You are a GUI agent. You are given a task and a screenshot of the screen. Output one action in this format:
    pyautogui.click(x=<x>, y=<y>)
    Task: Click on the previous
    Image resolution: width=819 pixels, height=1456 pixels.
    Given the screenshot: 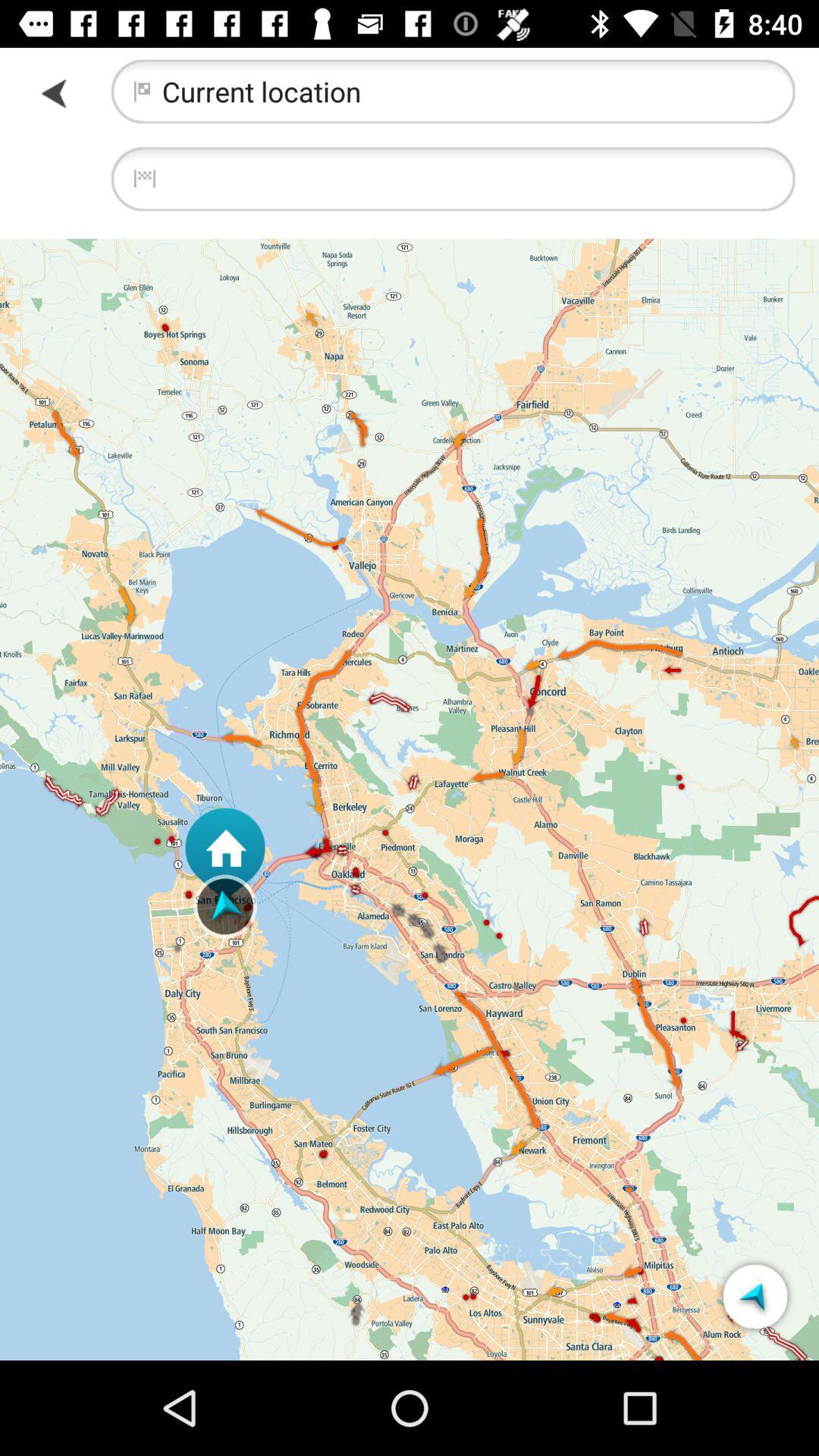 What is the action you would take?
    pyautogui.click(x=55, y=92)
    